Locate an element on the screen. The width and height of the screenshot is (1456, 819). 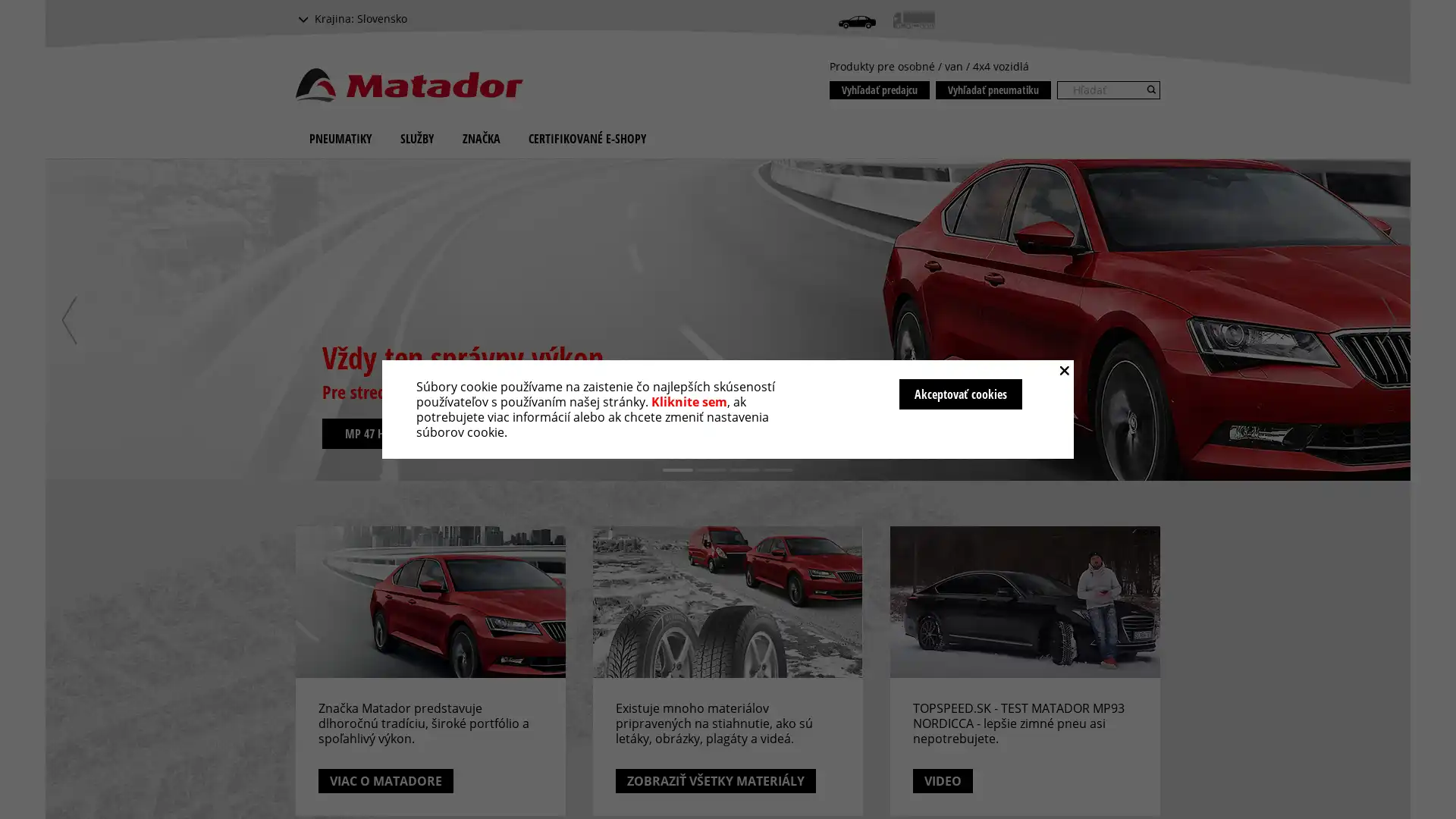
next is located at coordinates (1387, 318).